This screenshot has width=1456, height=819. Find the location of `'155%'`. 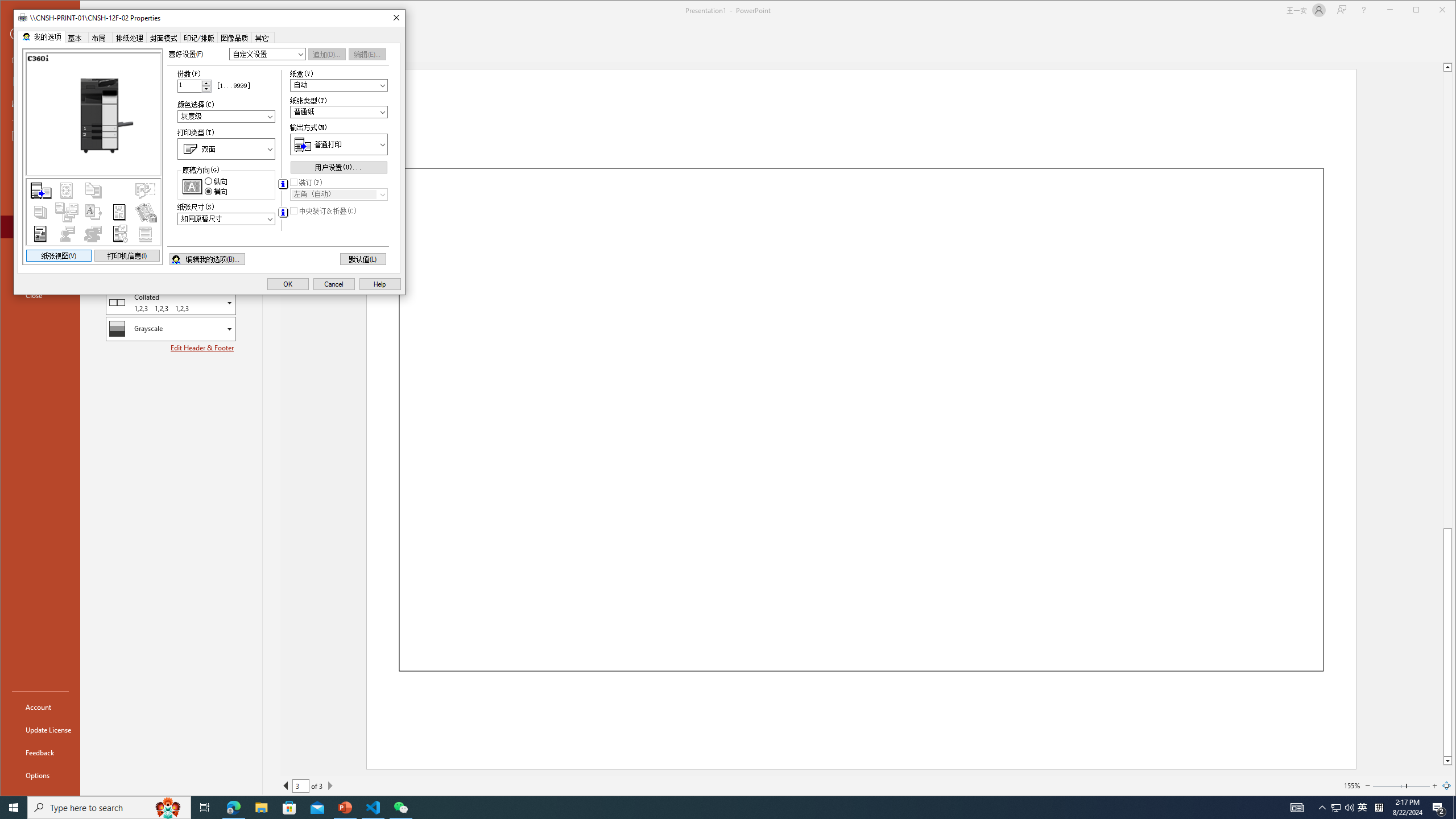

'155%' is located at coordinates (1351, 785).